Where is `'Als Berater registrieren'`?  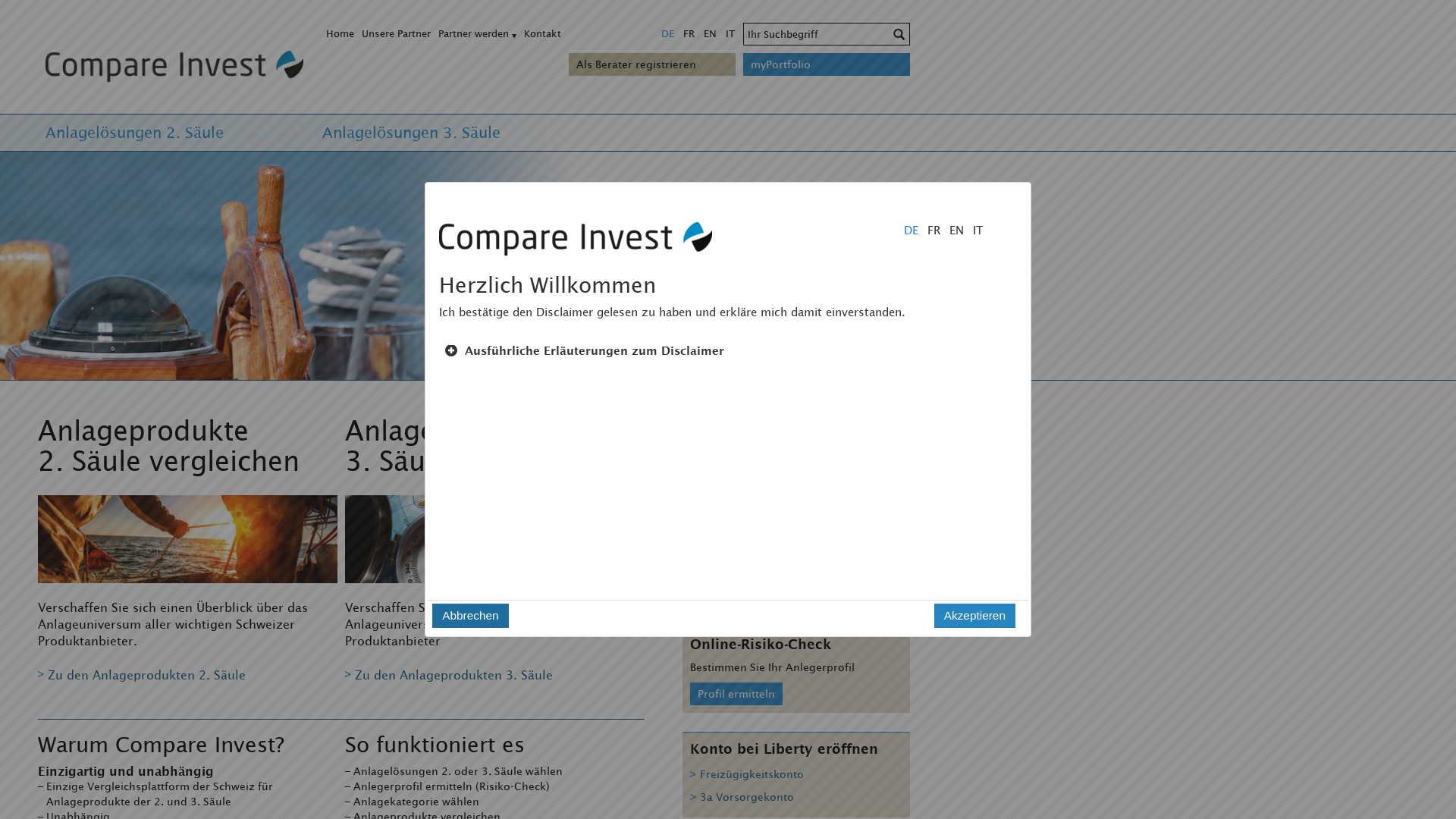 'Als Berater registrieren' is located at coordinates (575, 63).